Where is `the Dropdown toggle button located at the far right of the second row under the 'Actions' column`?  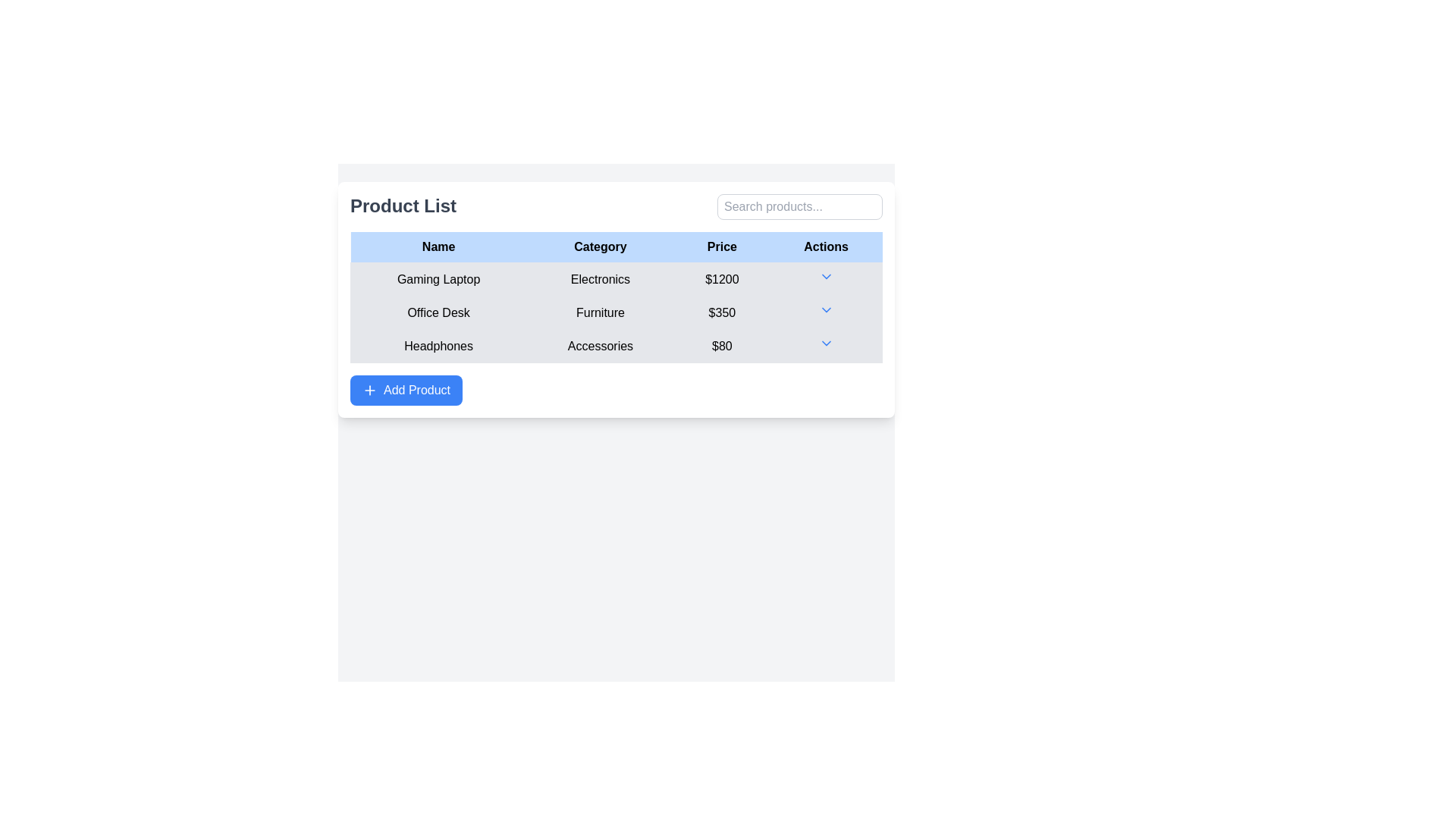 the Dropdown toggle button located at the far right of the second row under the 'Actions' column is located at coordinates (825, 312).